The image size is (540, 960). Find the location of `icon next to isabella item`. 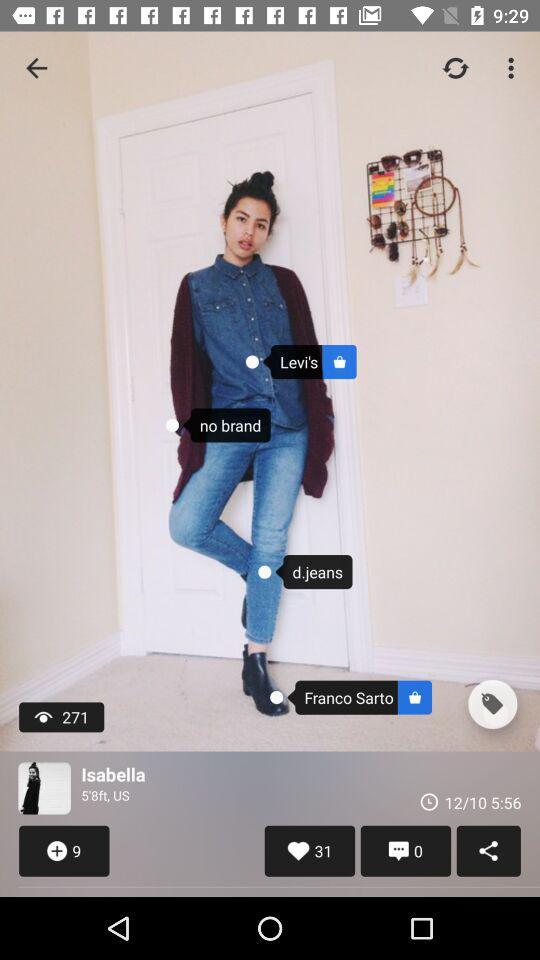

icon next to isabella item is located at coordinates (44, 788).